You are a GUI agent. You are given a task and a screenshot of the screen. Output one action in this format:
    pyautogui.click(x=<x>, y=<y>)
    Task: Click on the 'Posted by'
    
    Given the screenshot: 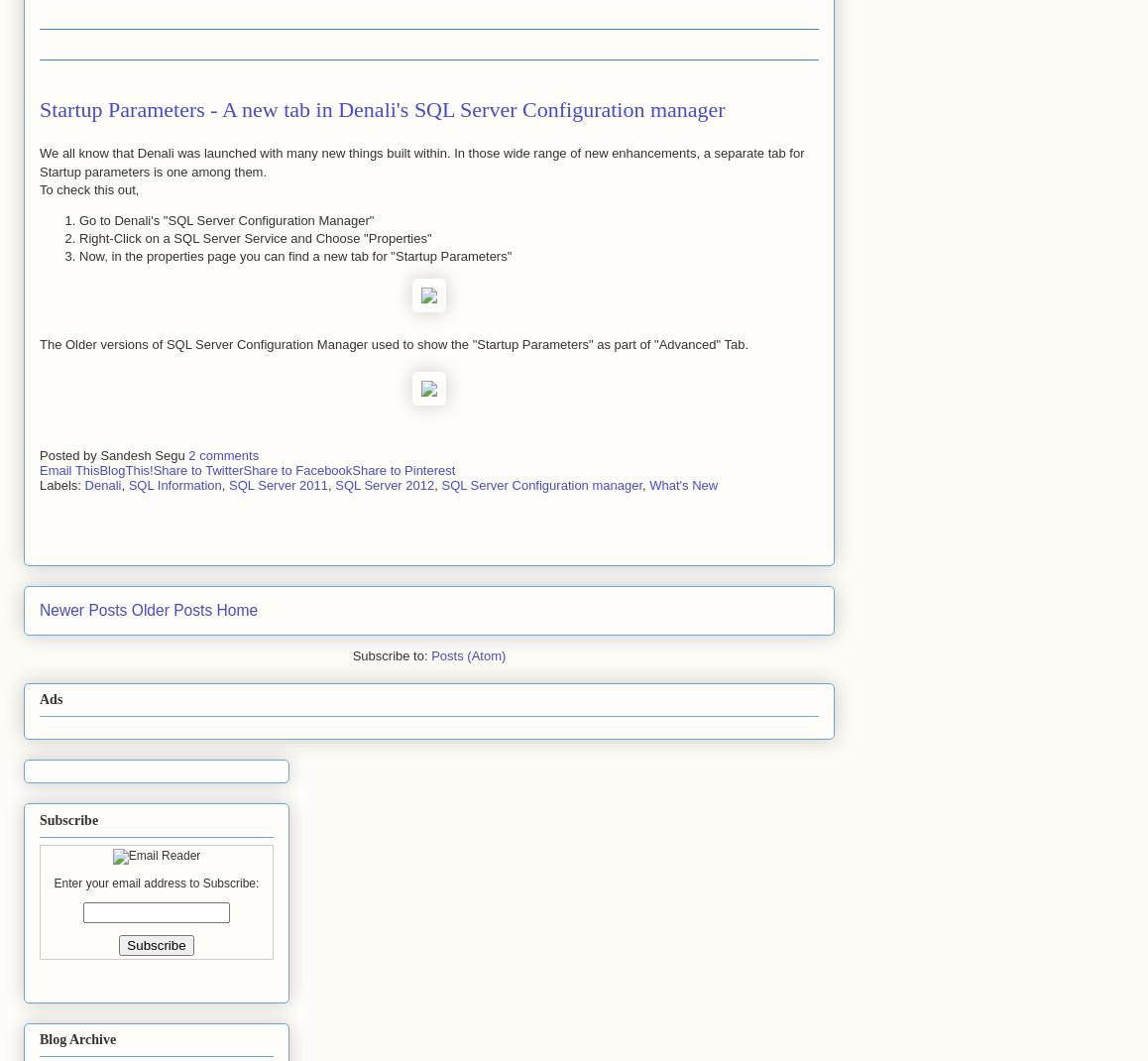 What is the action you would take?
    pyautogui.click(x=69, y=455)
    